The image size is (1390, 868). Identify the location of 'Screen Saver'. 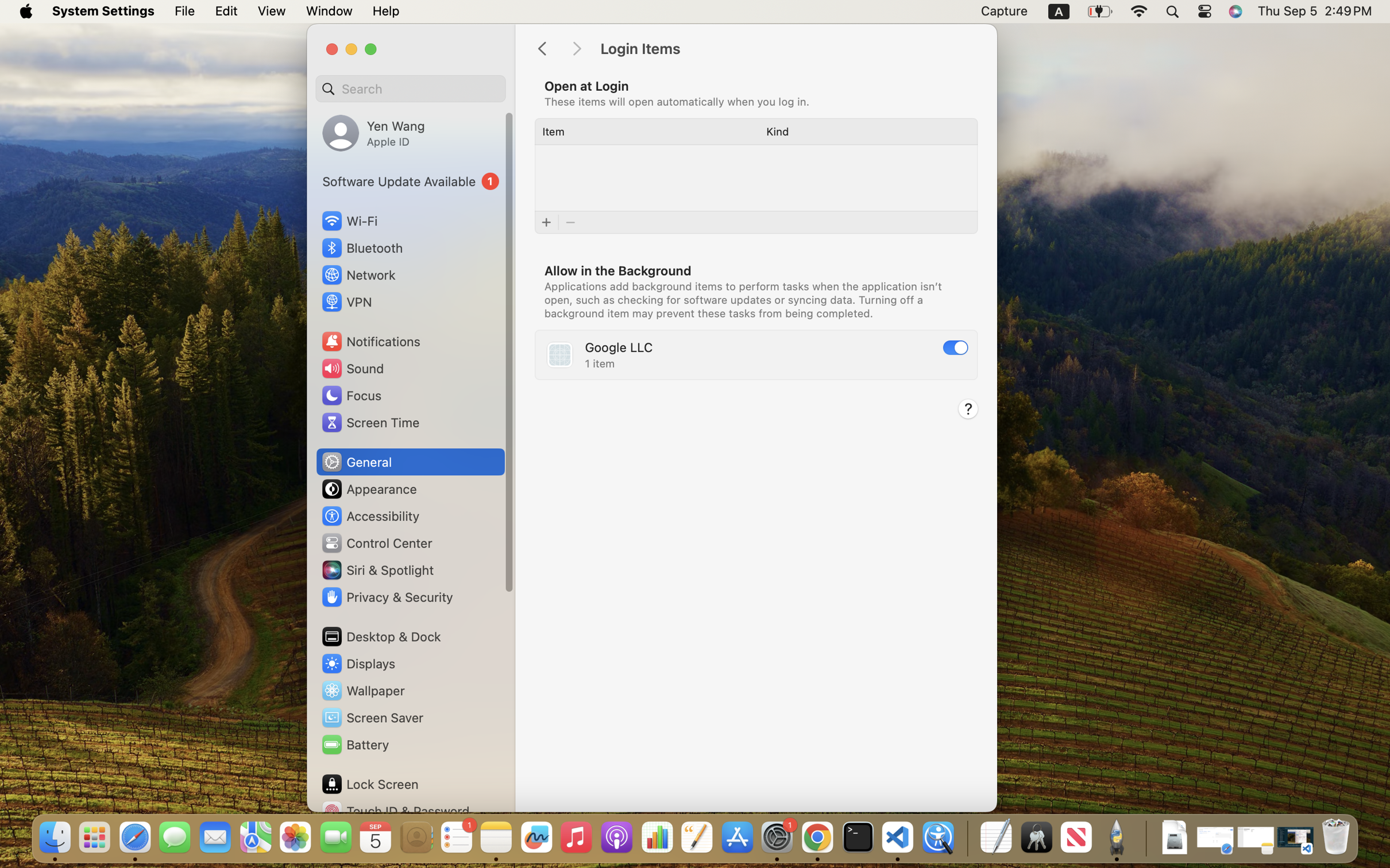
(371, 718).